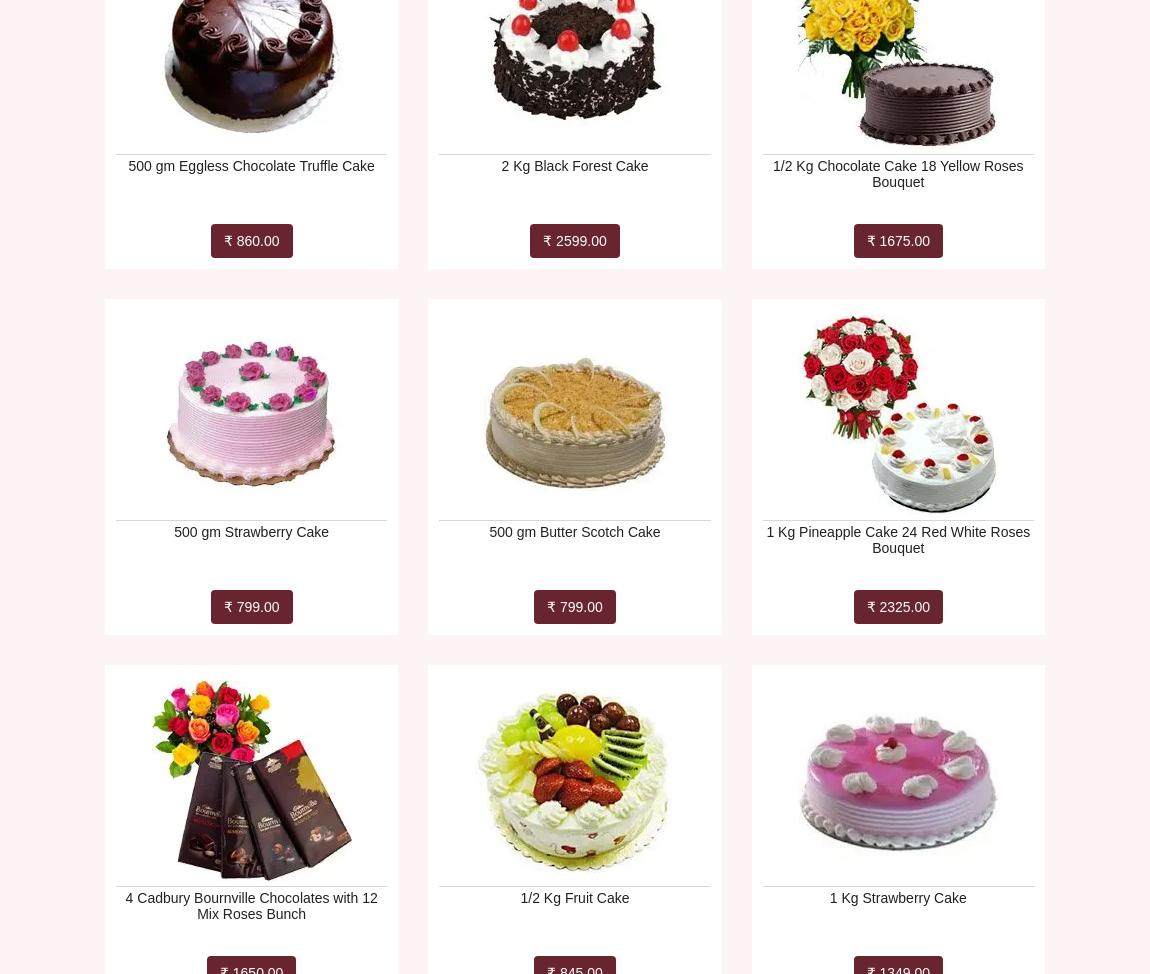 Image resolution: width=1150 pixels, height=974 pixels. Describe the element at coordinates (250, 165) in the screenshot. I see `'500 gm Eggless Chocolate Truffle Cake'` at that location.